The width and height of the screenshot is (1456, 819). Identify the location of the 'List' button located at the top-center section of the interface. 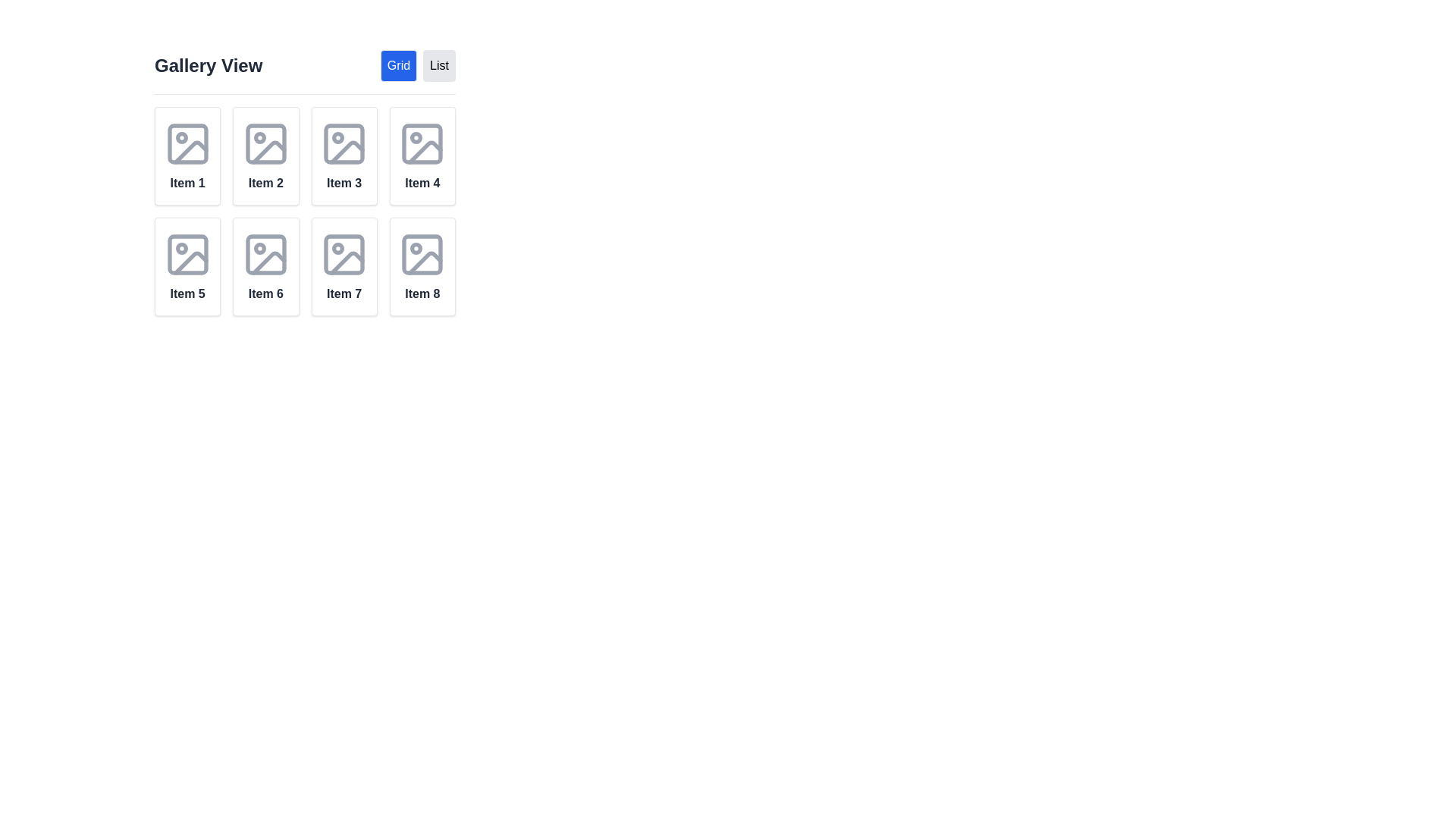
(438, 65).